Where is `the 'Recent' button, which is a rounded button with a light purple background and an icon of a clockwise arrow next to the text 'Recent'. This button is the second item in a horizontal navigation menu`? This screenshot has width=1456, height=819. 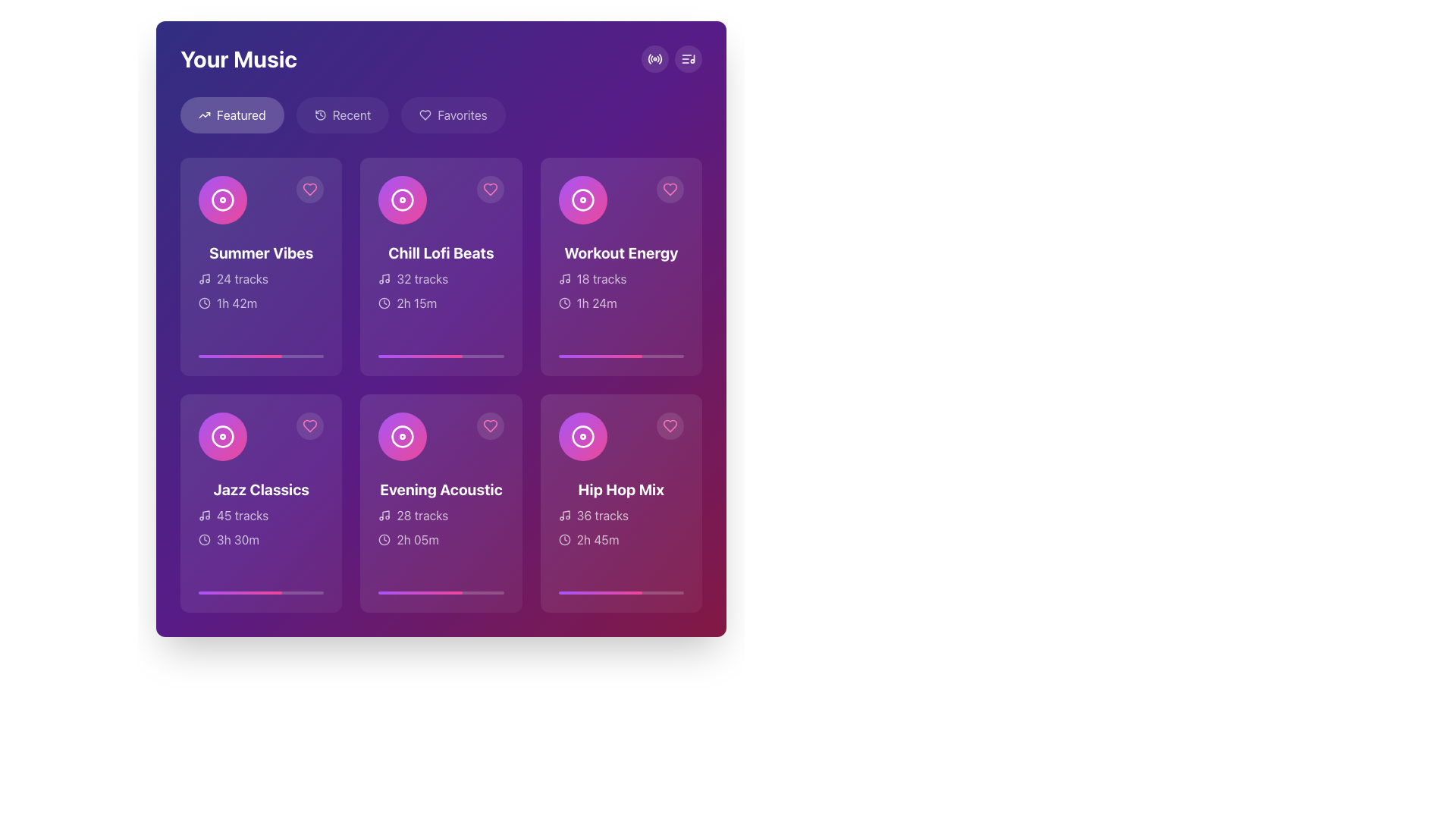
the 'Recent' button, which is a rounded button with a light purple background and an icon of a clockwise arrow next to the text 'Recent'. This button is the second item in a horizontal navigation menu is located at coordinates (341, 114).